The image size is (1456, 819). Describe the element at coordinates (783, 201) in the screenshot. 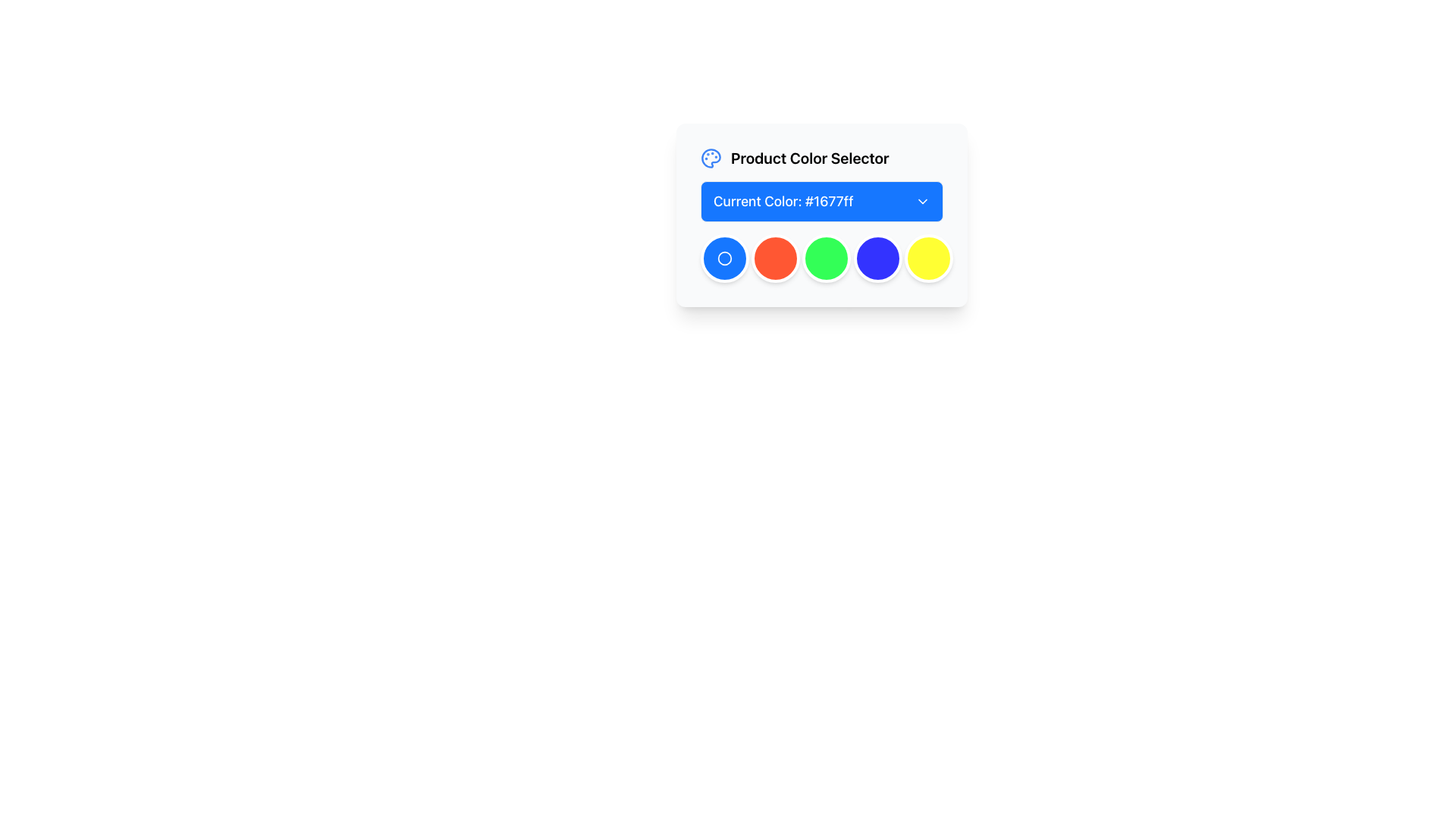

I see `the text label that reads 'Current Color: #1677ff', which is styled in medium font size and white color, located within a blue rectangular area in the upper part of the card-like interface, just below the title 'Product Color Selector'` at that location.